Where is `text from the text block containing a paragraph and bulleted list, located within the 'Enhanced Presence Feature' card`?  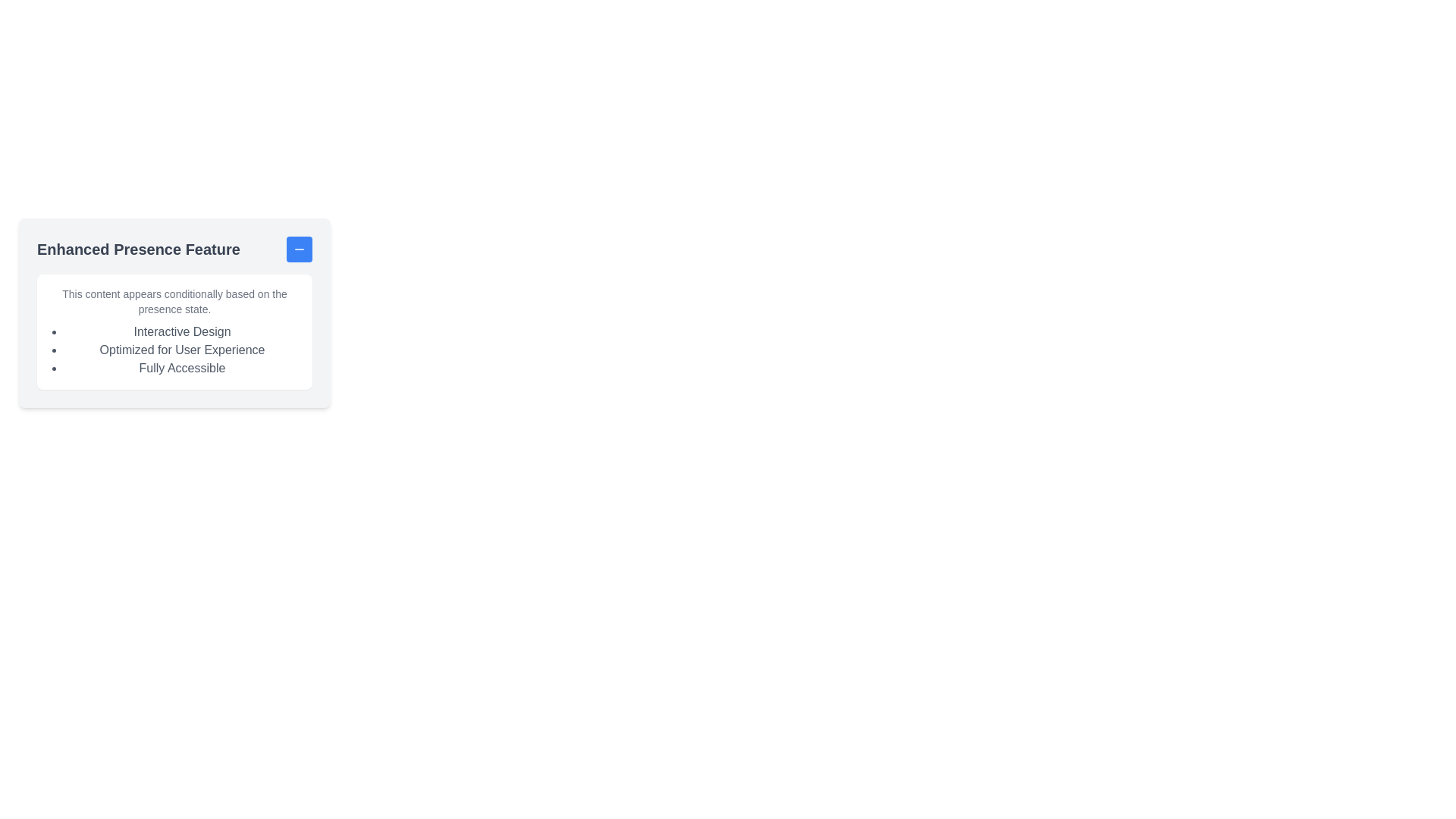
text from the text block containing a paragraph and bulleted list, located within the 'Enhanced Presence Feature' card is located at coordinates (174, 331).